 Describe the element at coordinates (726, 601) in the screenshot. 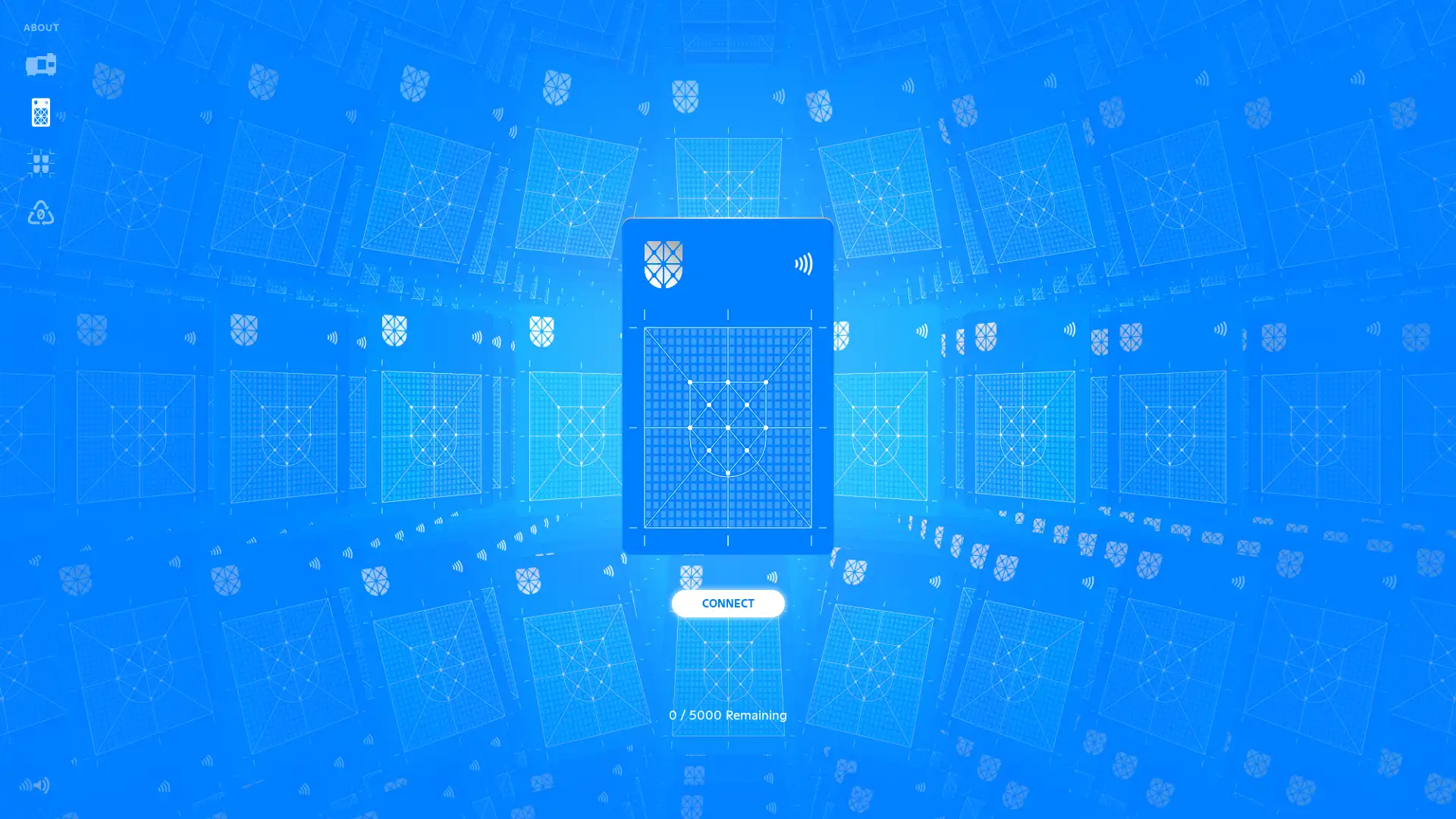

I see `CONNECT` at that location.